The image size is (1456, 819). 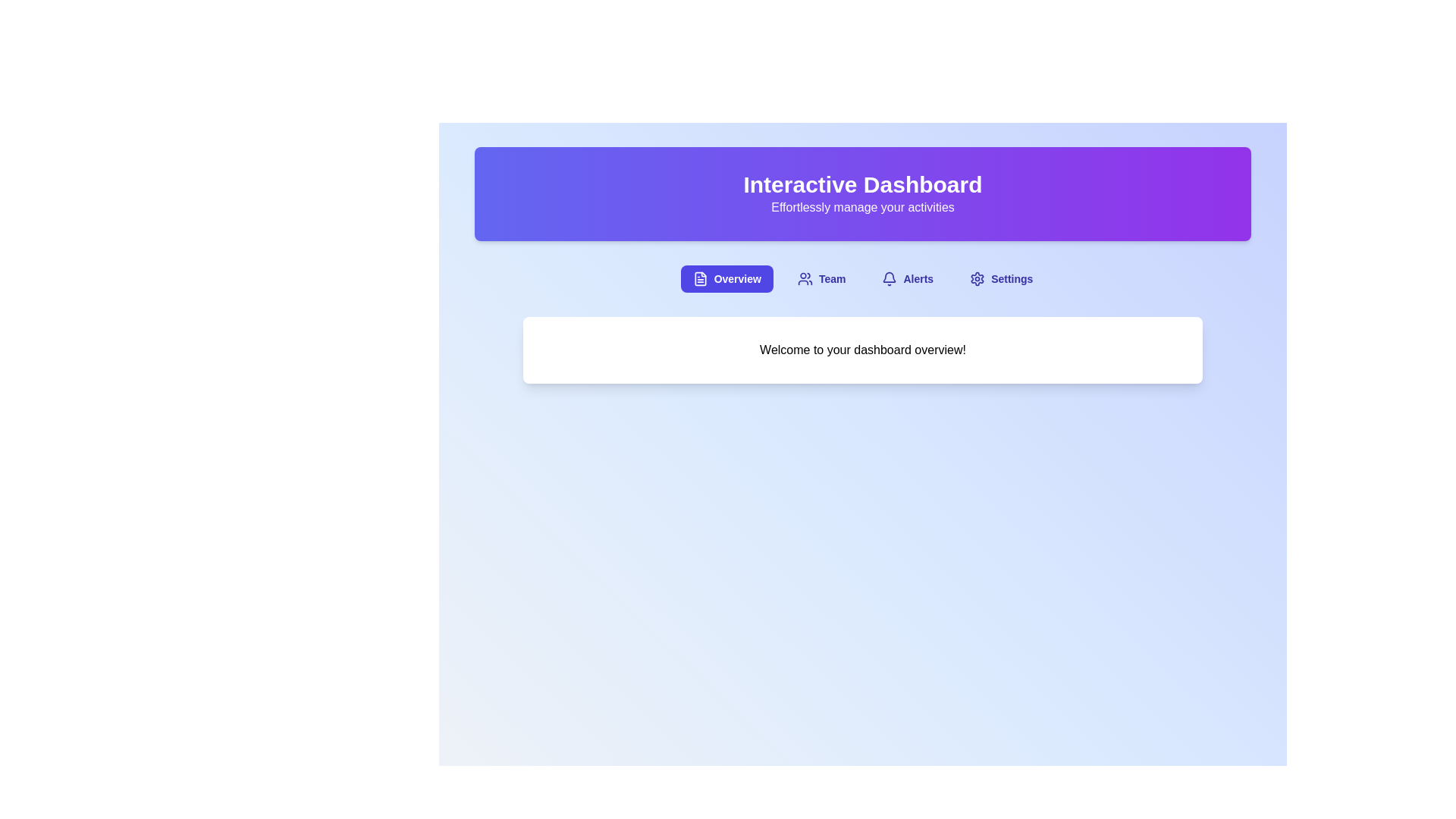 I want to click on the bell notification icon, which is part of the navigation bar located below the main heading section and aligned in the center of its space, so click(x=890, y=277).